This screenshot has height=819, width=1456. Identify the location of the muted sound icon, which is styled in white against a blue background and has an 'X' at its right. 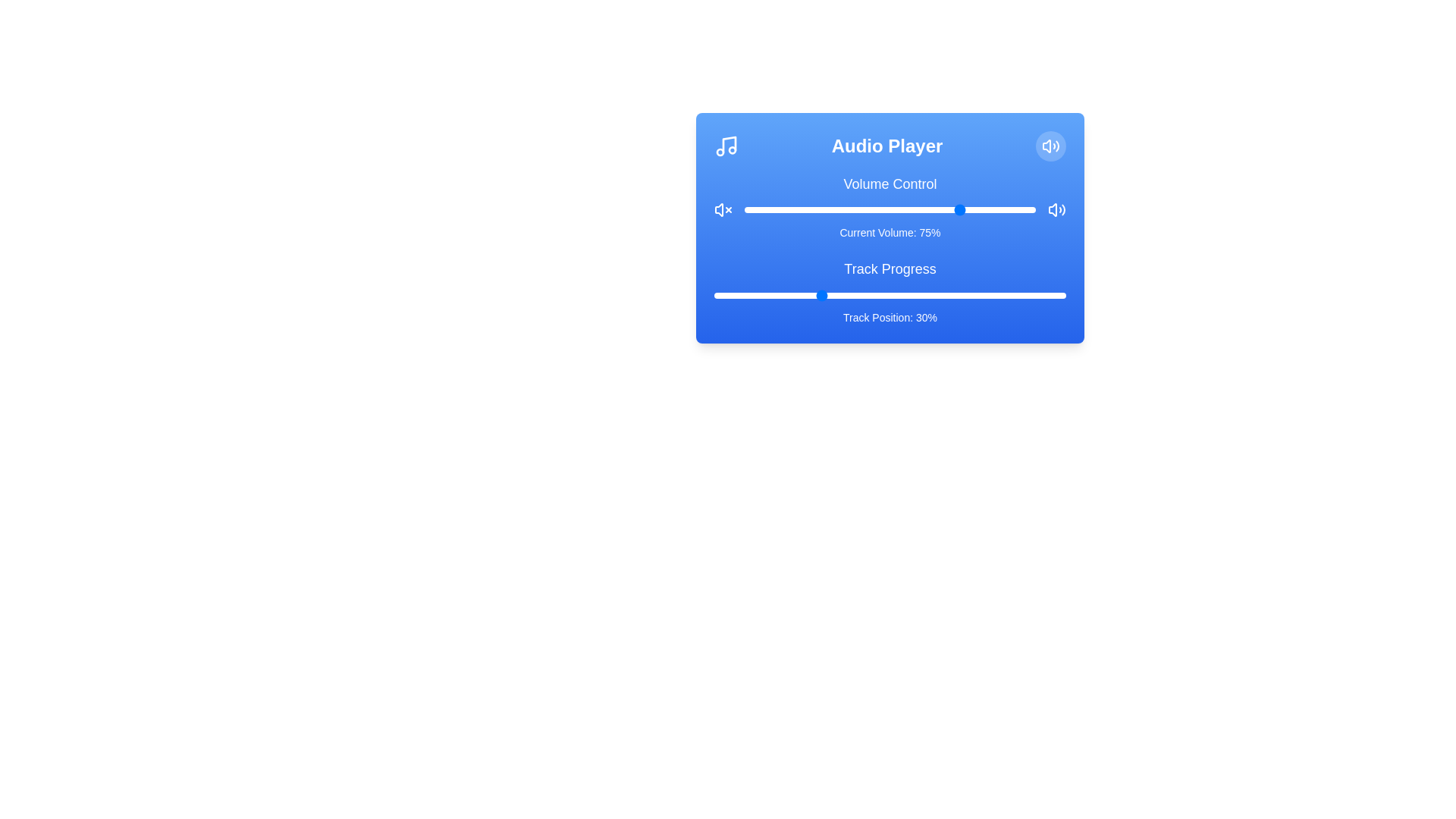
(723, 210).